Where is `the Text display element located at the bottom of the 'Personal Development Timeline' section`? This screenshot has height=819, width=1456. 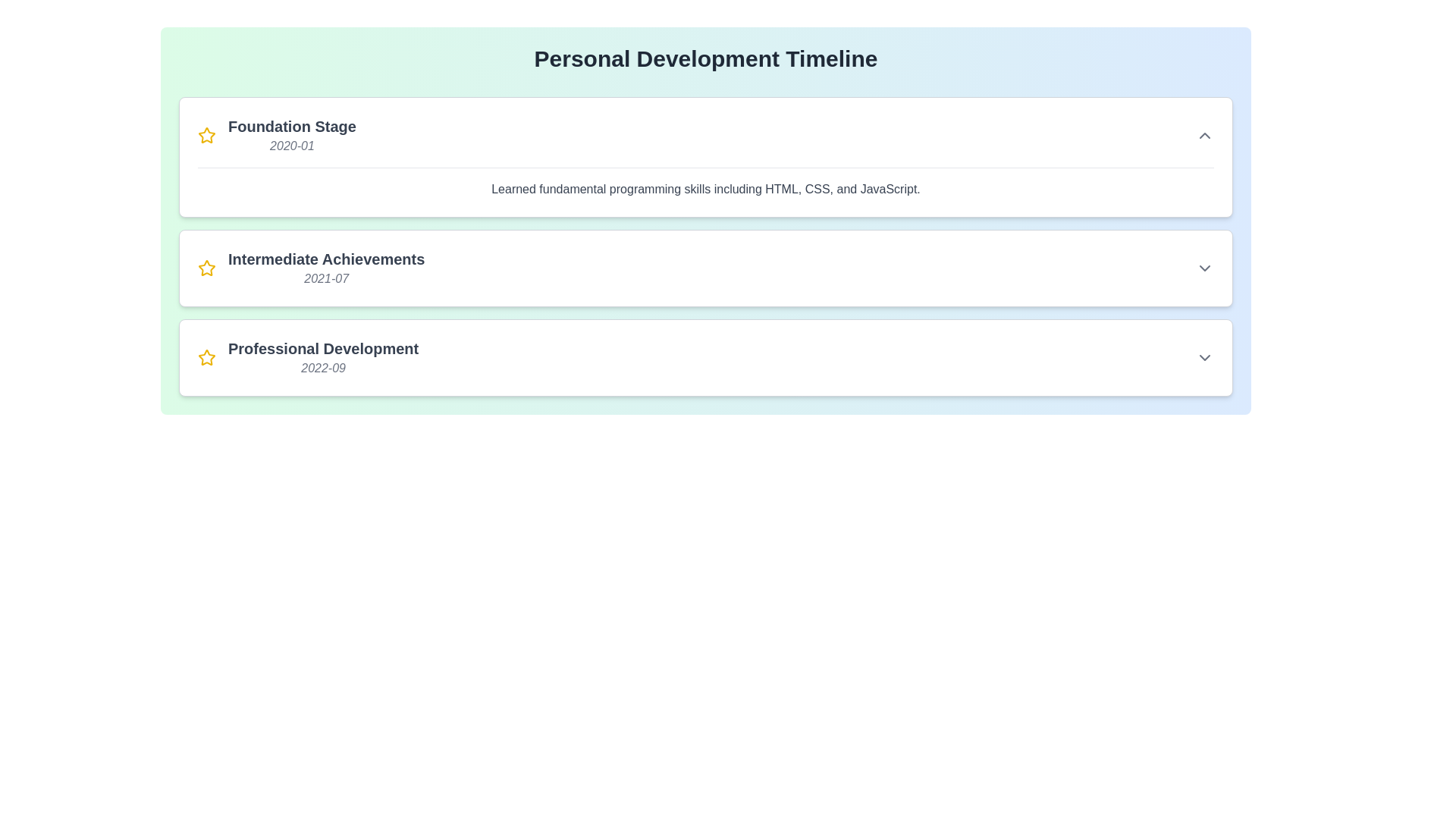
the Text display element located at the bottom of the 'Personal Development Timeline' section is located at coordinates (322, 357).